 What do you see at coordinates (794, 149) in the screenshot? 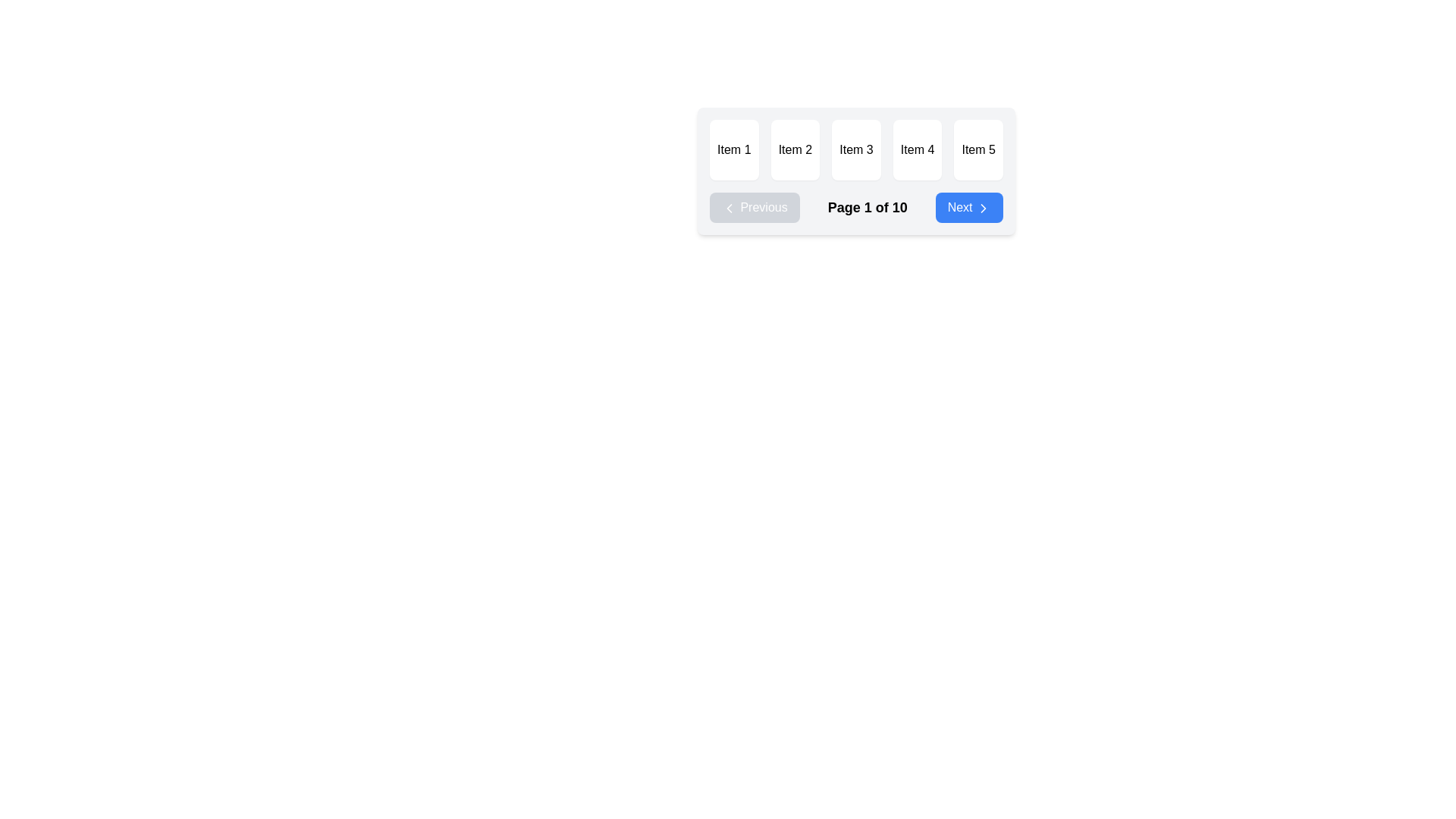
I see `the navigational button labeled 'Item 2'` at bounding box center [794, 149].